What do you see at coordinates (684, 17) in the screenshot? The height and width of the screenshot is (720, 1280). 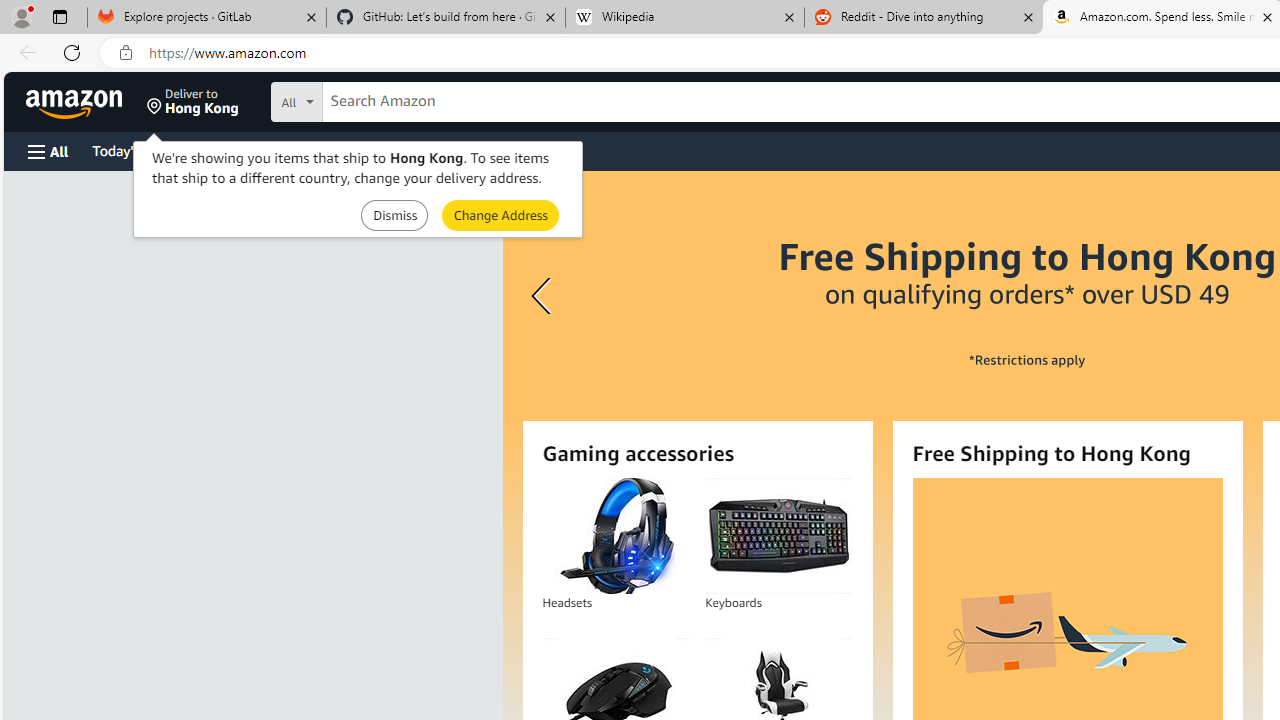 I see `'Wikipedia'` at bounding box center [684, 17].